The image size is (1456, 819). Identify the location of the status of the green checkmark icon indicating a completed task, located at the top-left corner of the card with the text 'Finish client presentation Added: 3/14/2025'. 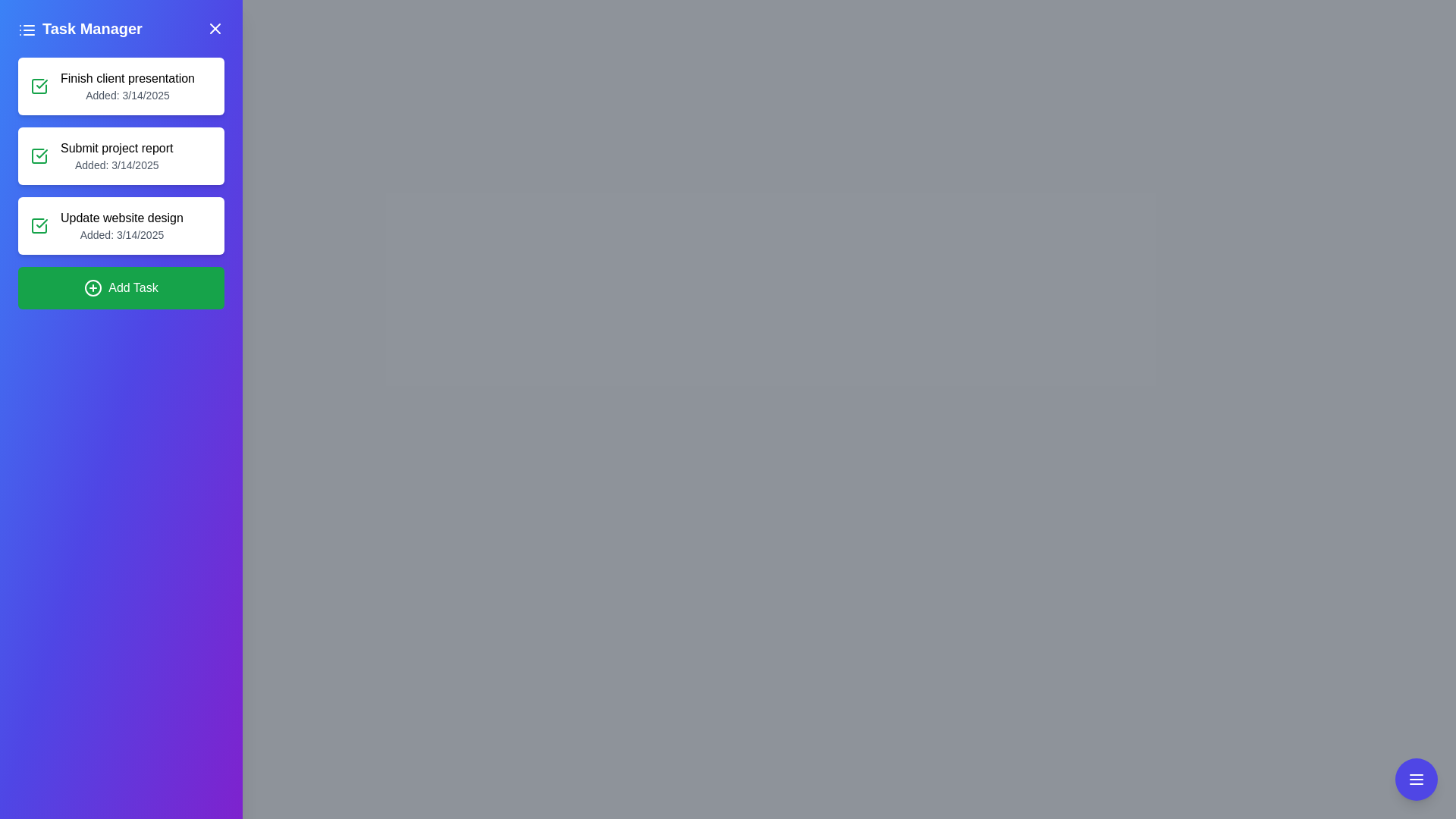
(39, 86).